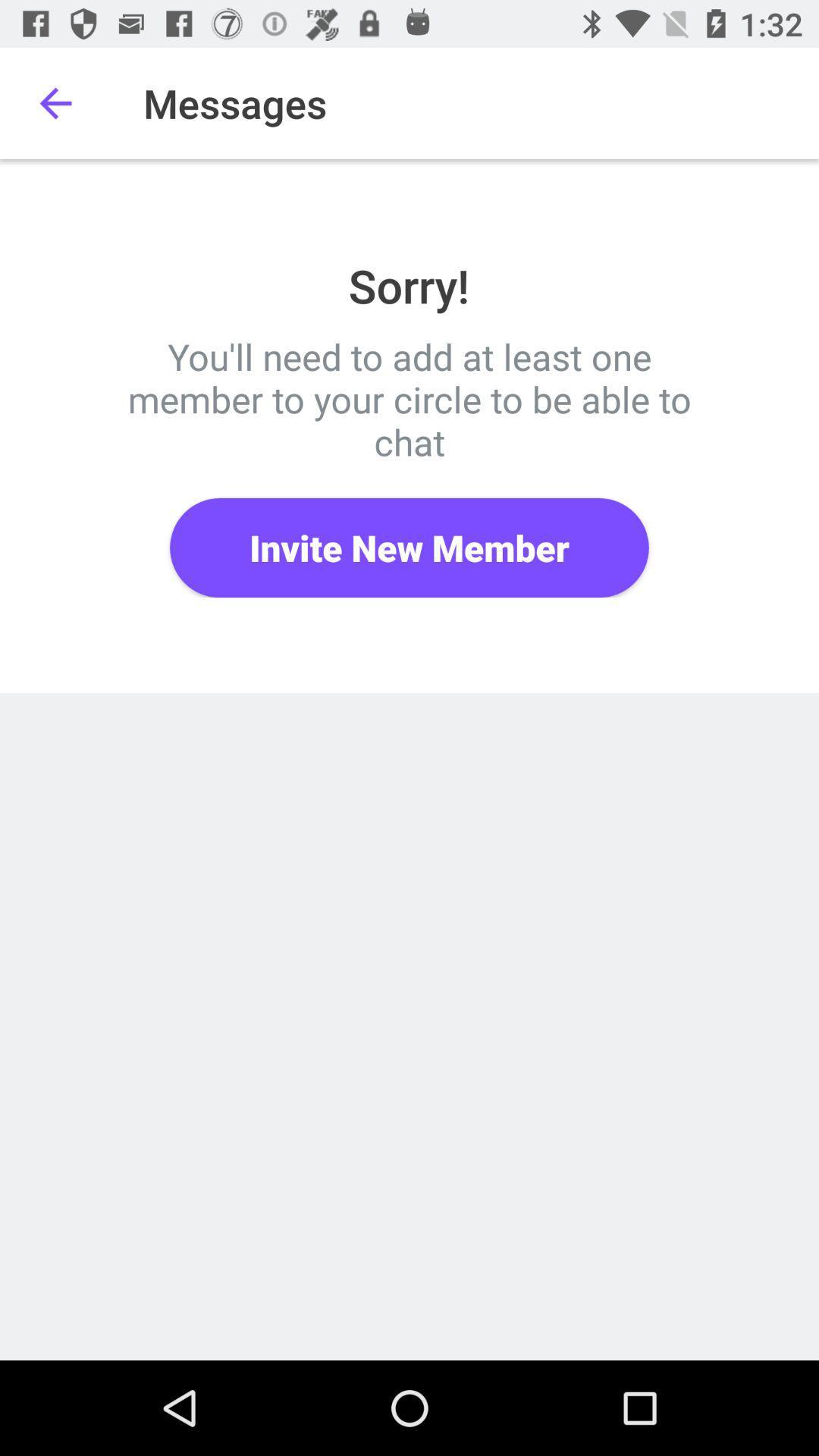 The width and height of the screenshot is (819, 1456). I want to click on the item at the center, so click(409, 547).